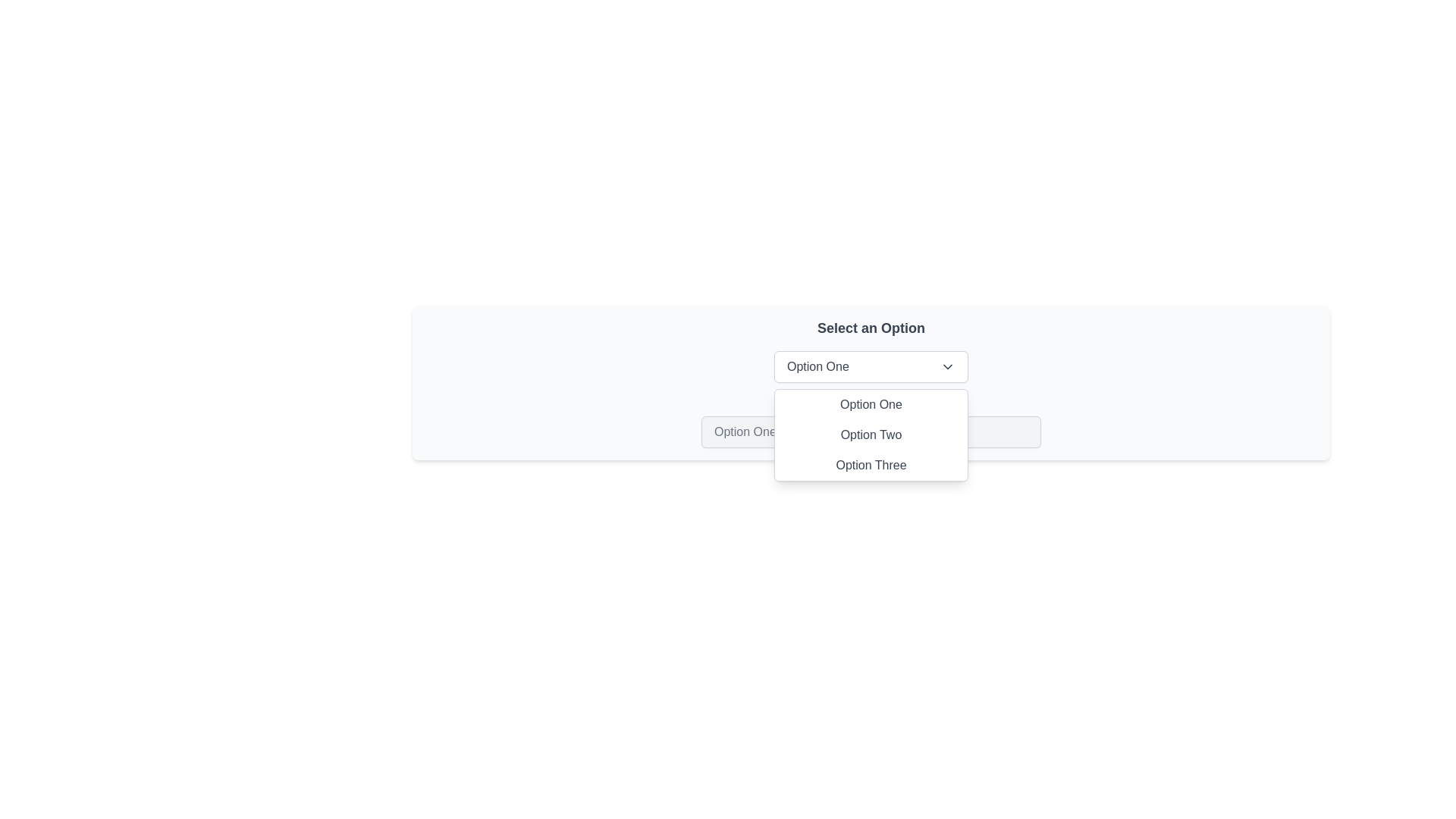 The height and width of the screenshot is (819, 1456). Describe the element at coordinates (871, 435) in the screenshot. I see `the dropdown menu option labeled 'Option Two'` at that location.